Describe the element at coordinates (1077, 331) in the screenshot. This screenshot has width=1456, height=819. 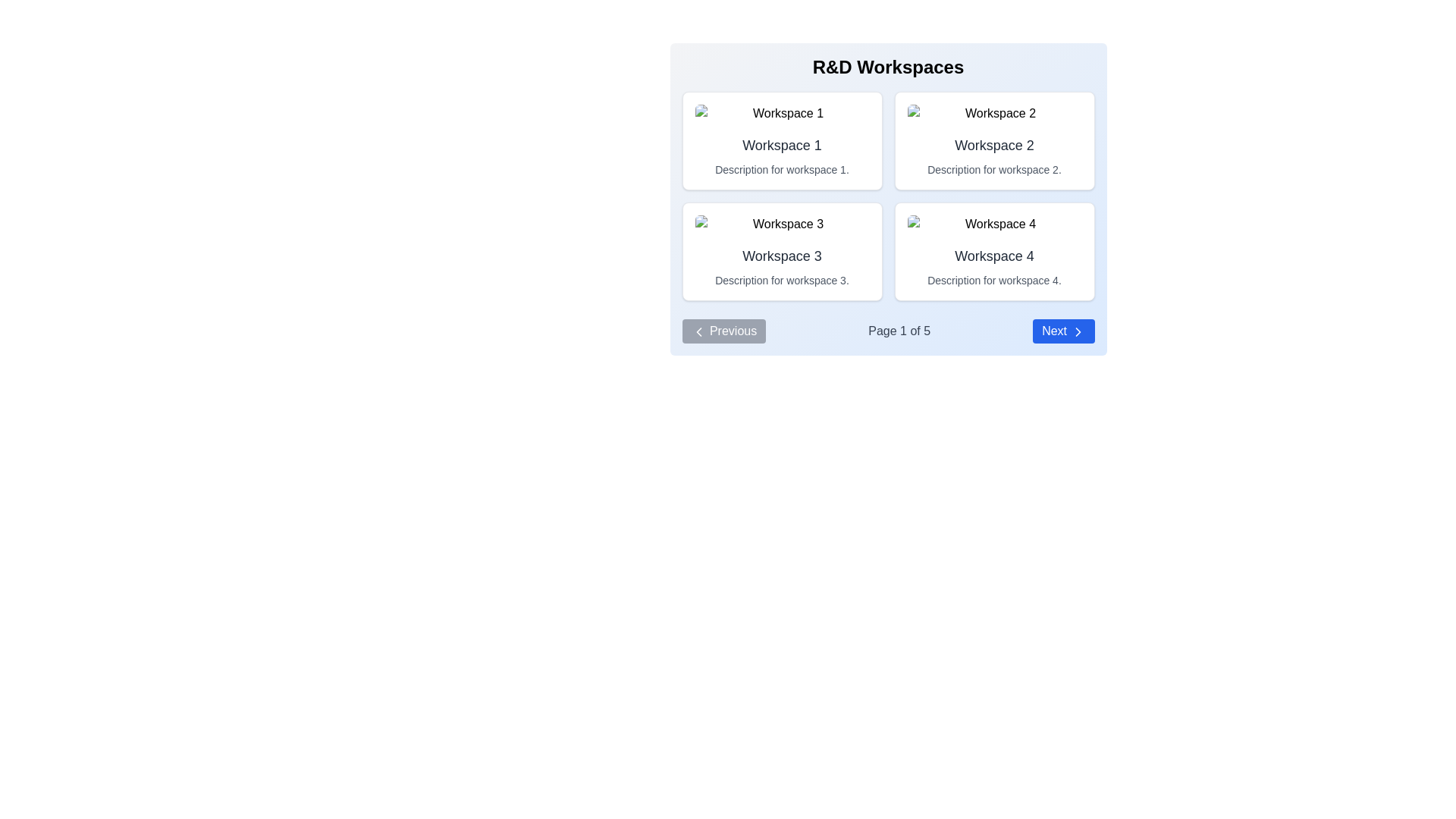
I see `the navigation icon located inside the blue rectangular button labeled 'Next' at the bottom-right corner of the page` at that location.